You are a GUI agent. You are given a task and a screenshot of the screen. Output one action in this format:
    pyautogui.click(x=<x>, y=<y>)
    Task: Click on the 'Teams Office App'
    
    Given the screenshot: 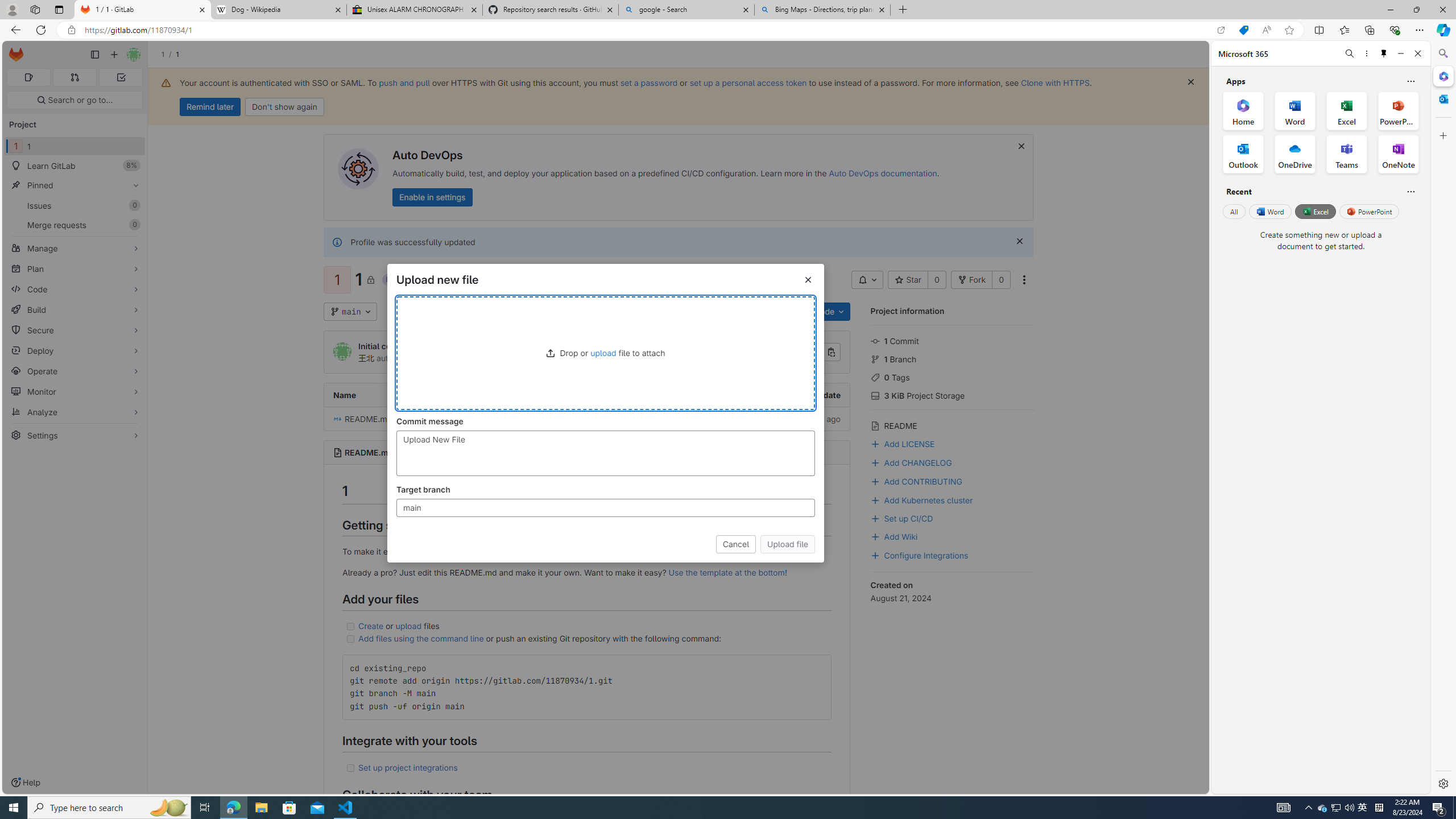 What is the action you would take?
    pyautogui.click(x=1347, y=154)
    